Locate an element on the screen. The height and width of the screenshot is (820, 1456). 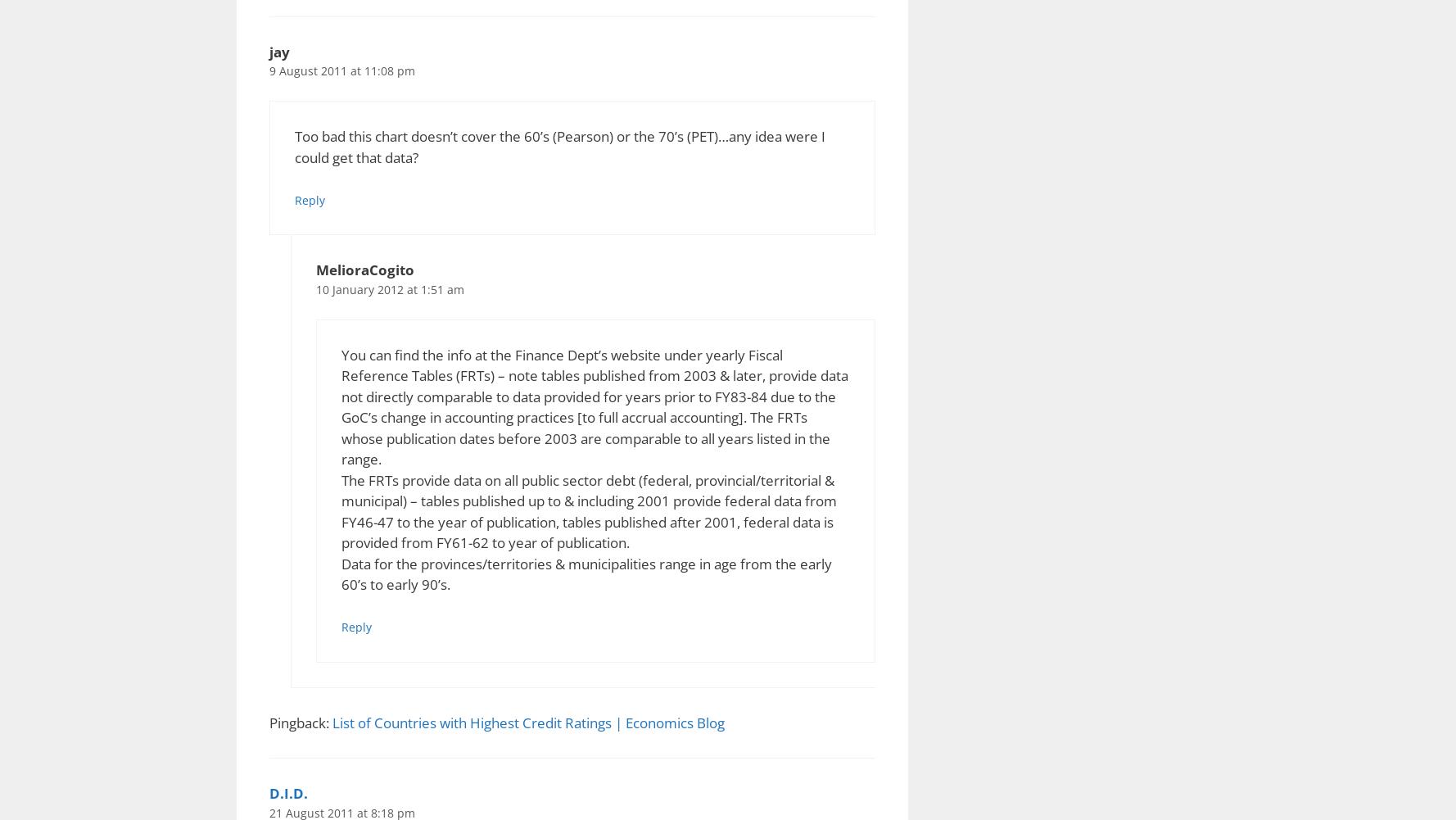
'D.I.D.' is located at coordinates (287, 792).